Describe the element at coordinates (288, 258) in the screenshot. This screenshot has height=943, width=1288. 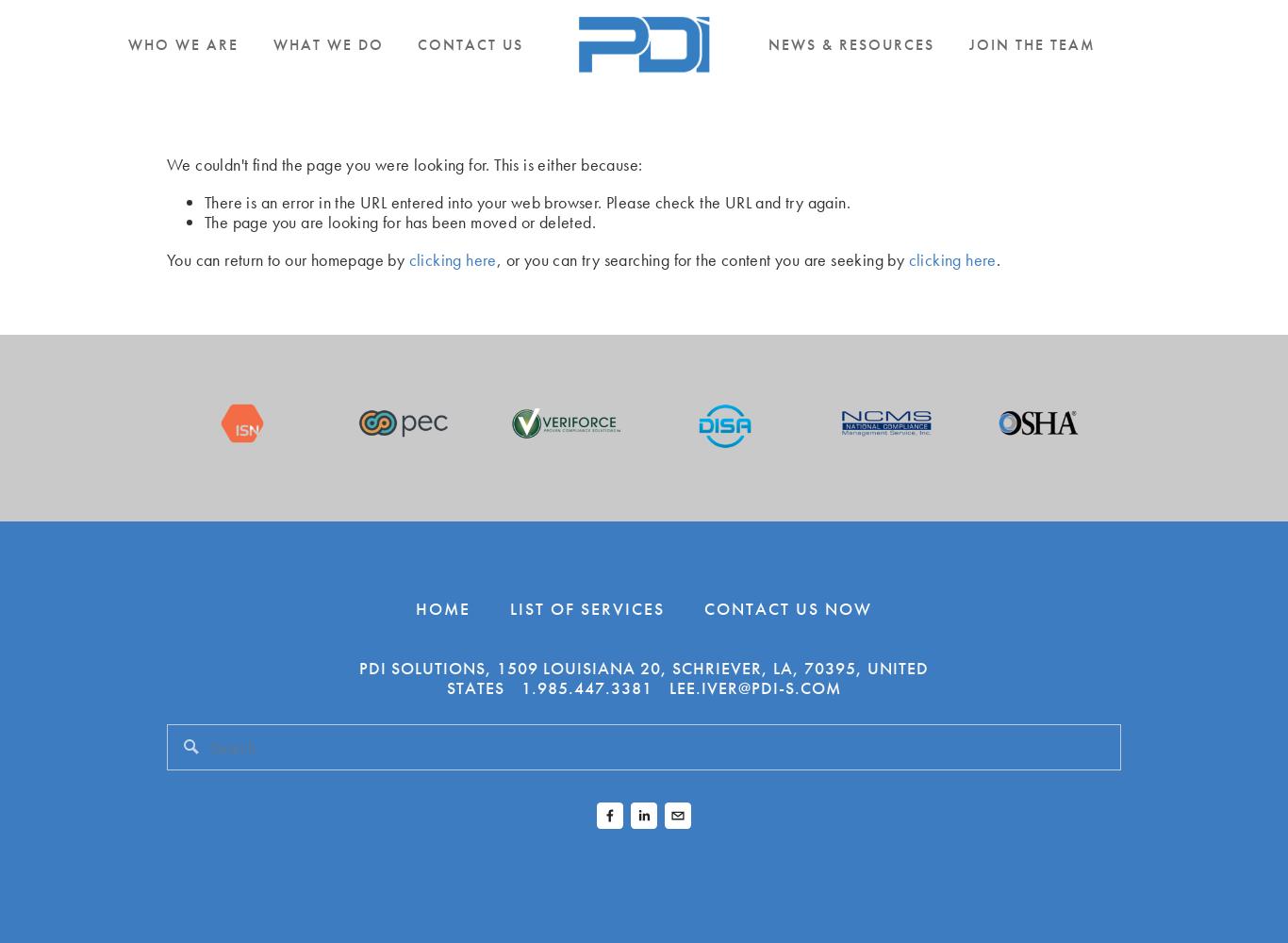
I see `'You can return to our homepage by'` at that location.